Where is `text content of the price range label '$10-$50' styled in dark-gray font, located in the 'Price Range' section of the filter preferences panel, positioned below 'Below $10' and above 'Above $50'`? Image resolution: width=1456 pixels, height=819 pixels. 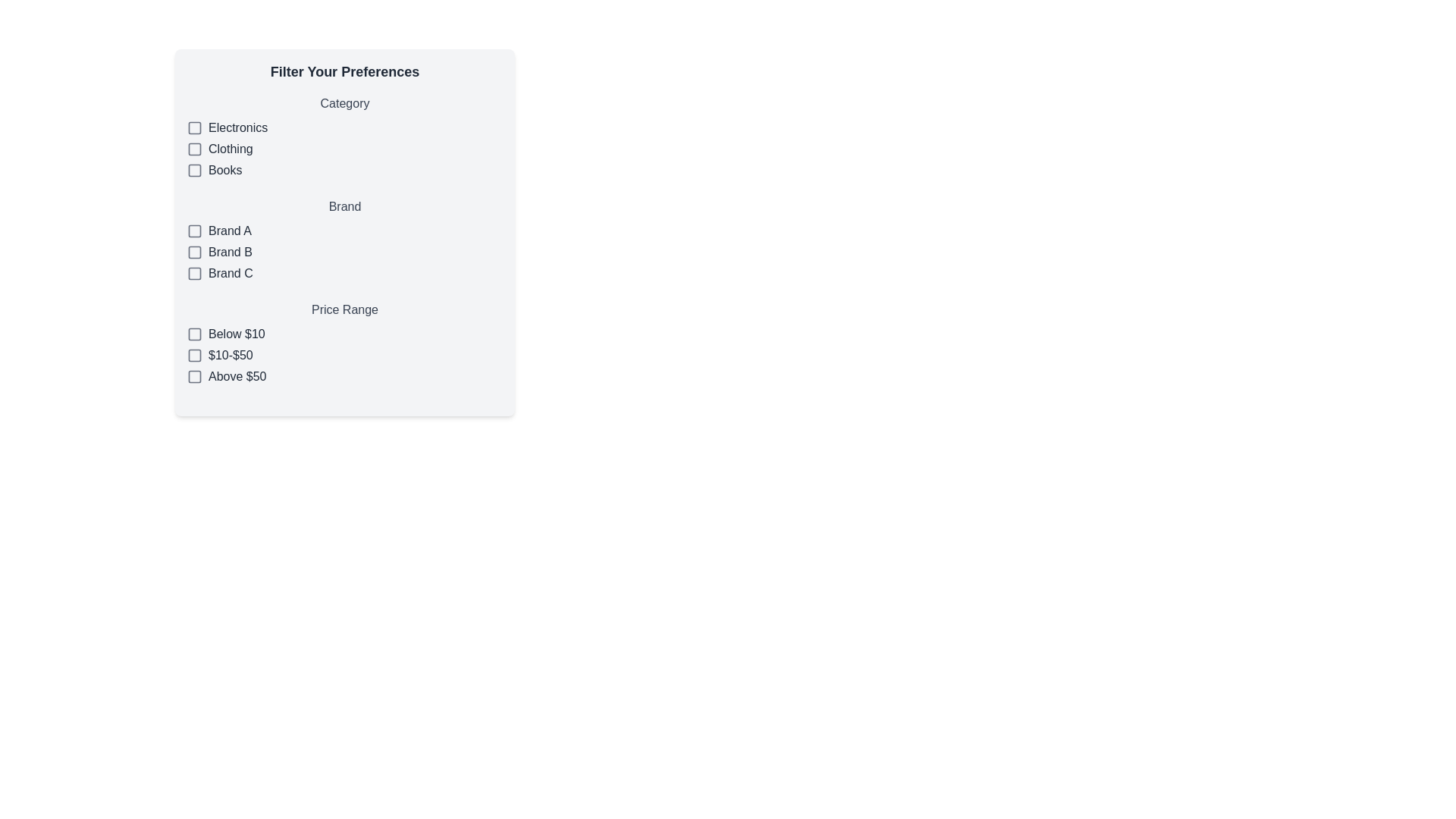 text content of the price range label '$10-$50' styled in dark-gray font, located in the 'Price Range' section of the filter preferences panel, positioned below 'Below $10' and above 'Above $50' is located at coordinates (230, 356).